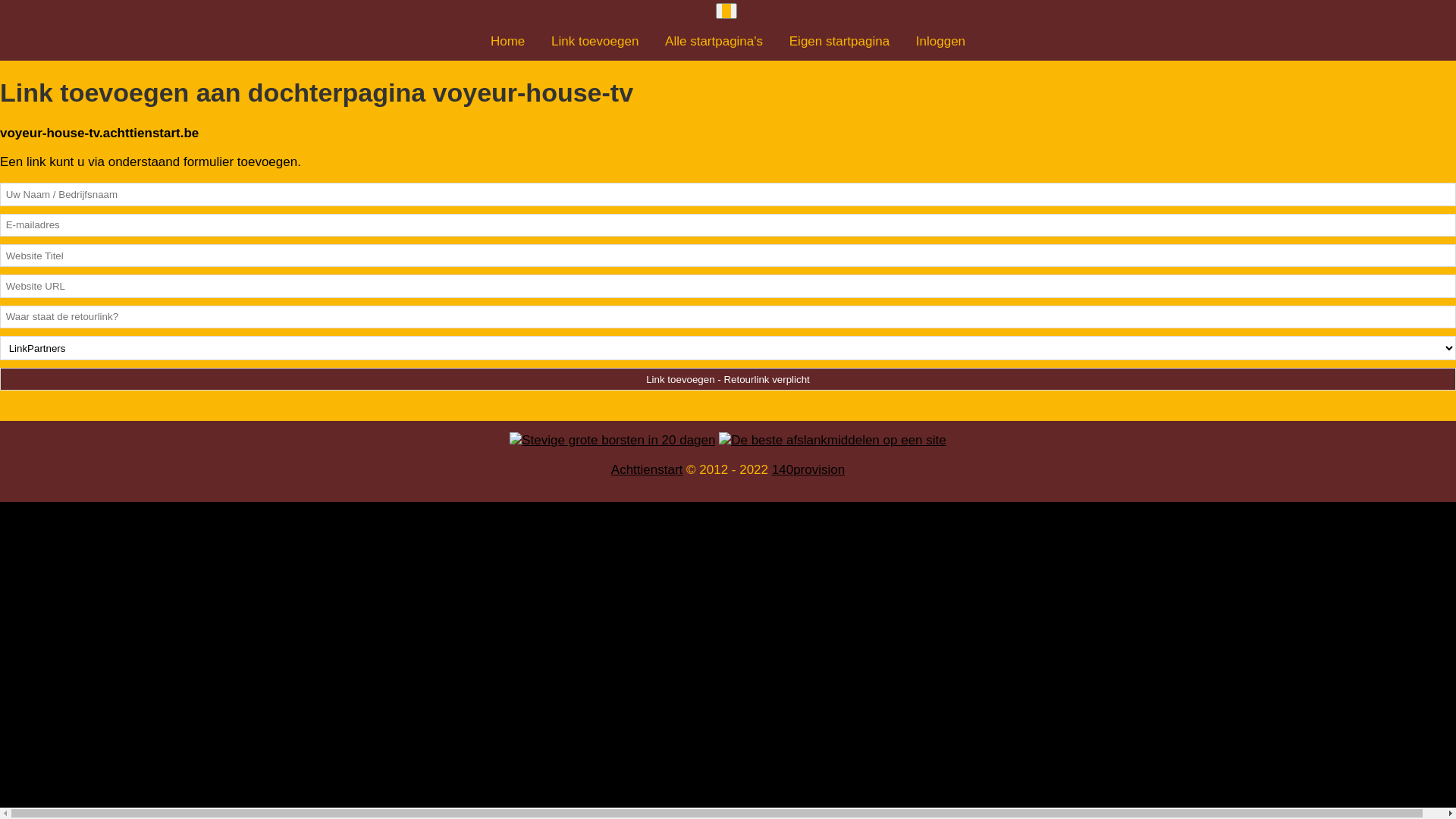  Describe the element at coordinates (807, 469) in the screenshot. I see `'140provision'` at that location.